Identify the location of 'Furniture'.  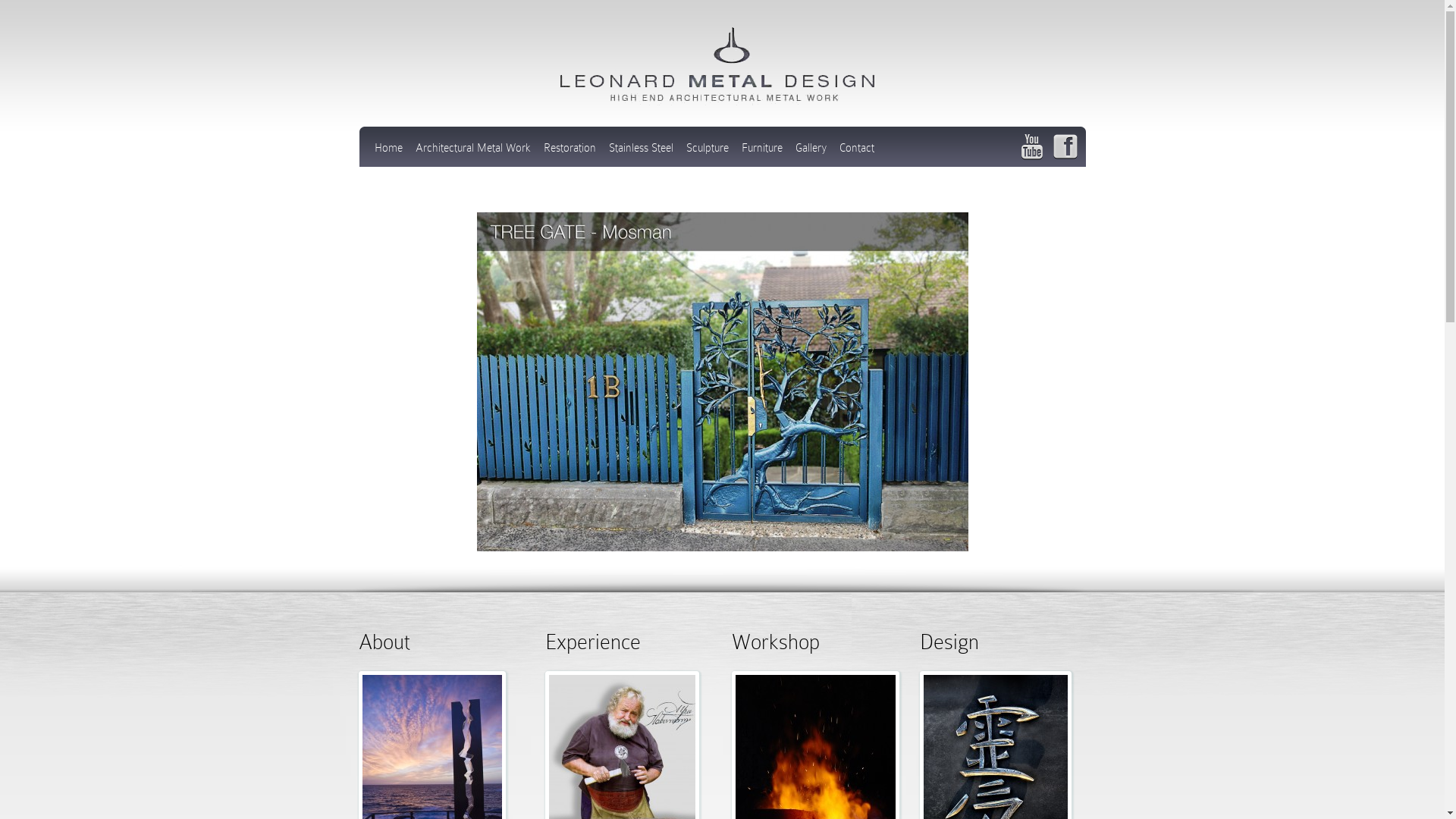
(761, 152).